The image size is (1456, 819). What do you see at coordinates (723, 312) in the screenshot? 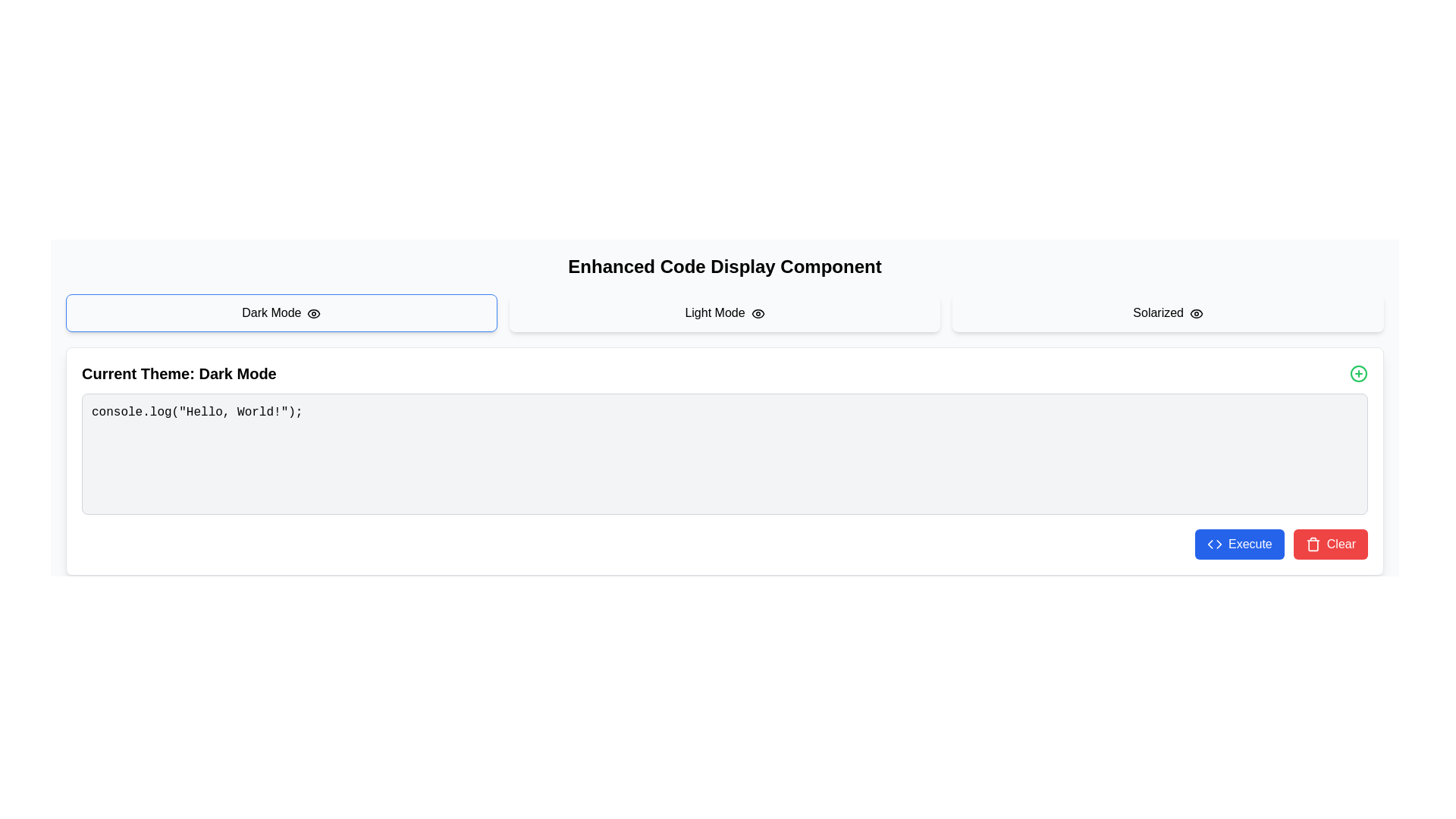
I see `the 'Light Mode' button, which is the second button in the group of mode toggles beneath the title 'Enhanced Code Display Component'` at bounding box center [723, 312].